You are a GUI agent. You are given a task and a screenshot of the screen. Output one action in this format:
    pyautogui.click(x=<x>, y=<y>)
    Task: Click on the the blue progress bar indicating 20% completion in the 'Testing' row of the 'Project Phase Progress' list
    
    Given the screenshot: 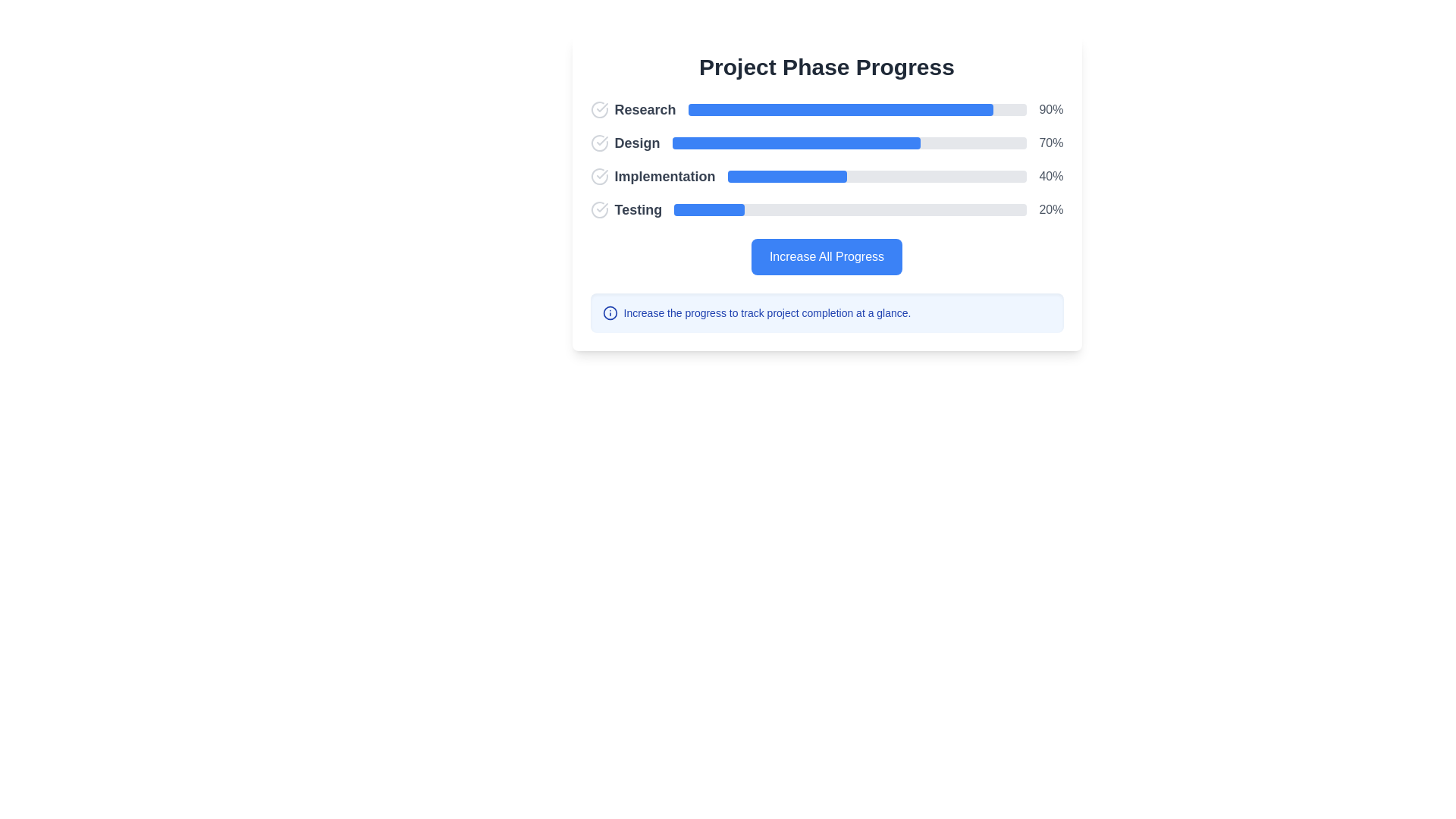 What is the action you would take?
    pyautogui.click(x=708, y=210)
    